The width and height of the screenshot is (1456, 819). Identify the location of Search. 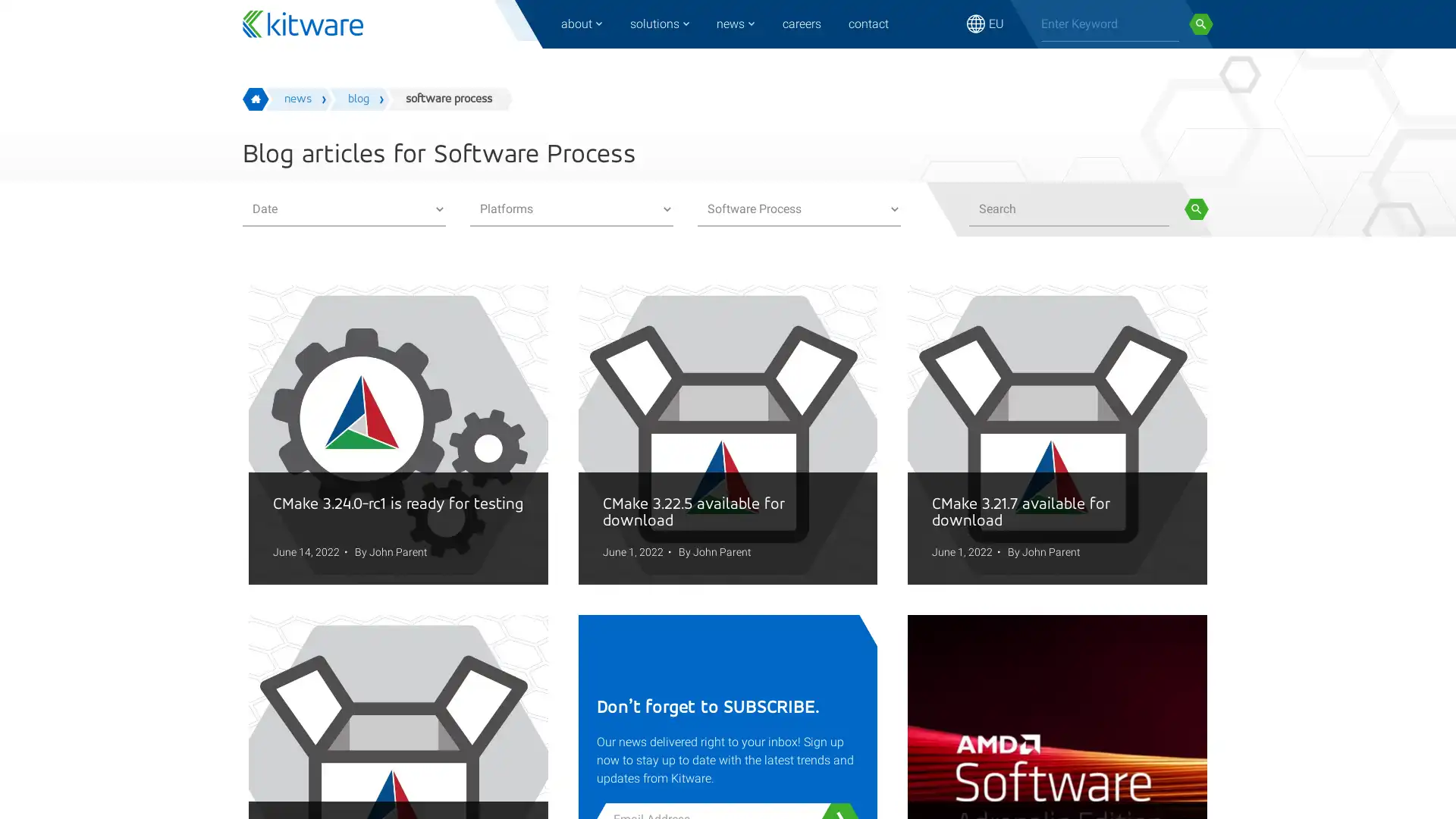
(1200, 24).